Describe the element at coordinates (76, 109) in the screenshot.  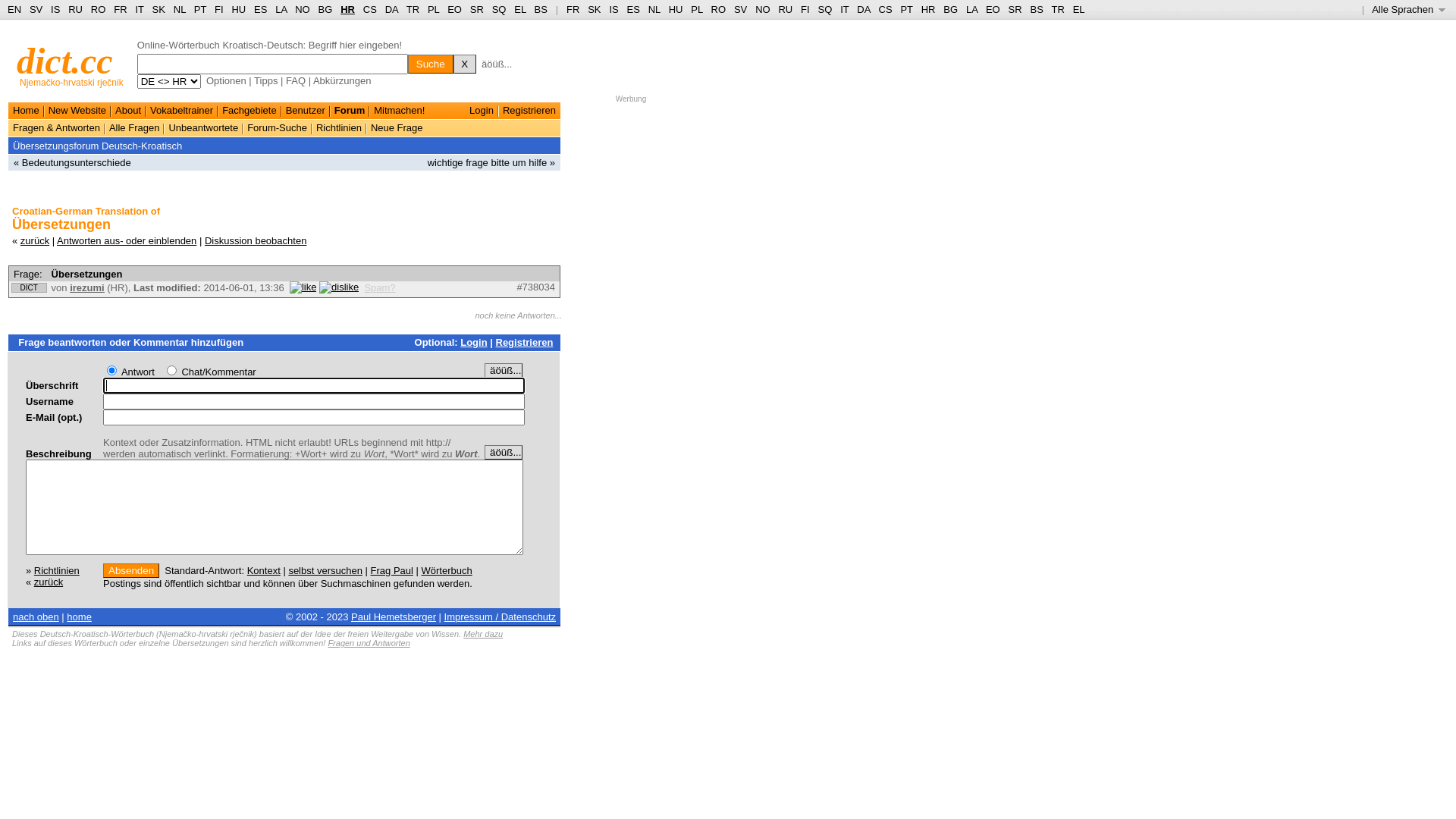
I see `'New Website'` at that location.